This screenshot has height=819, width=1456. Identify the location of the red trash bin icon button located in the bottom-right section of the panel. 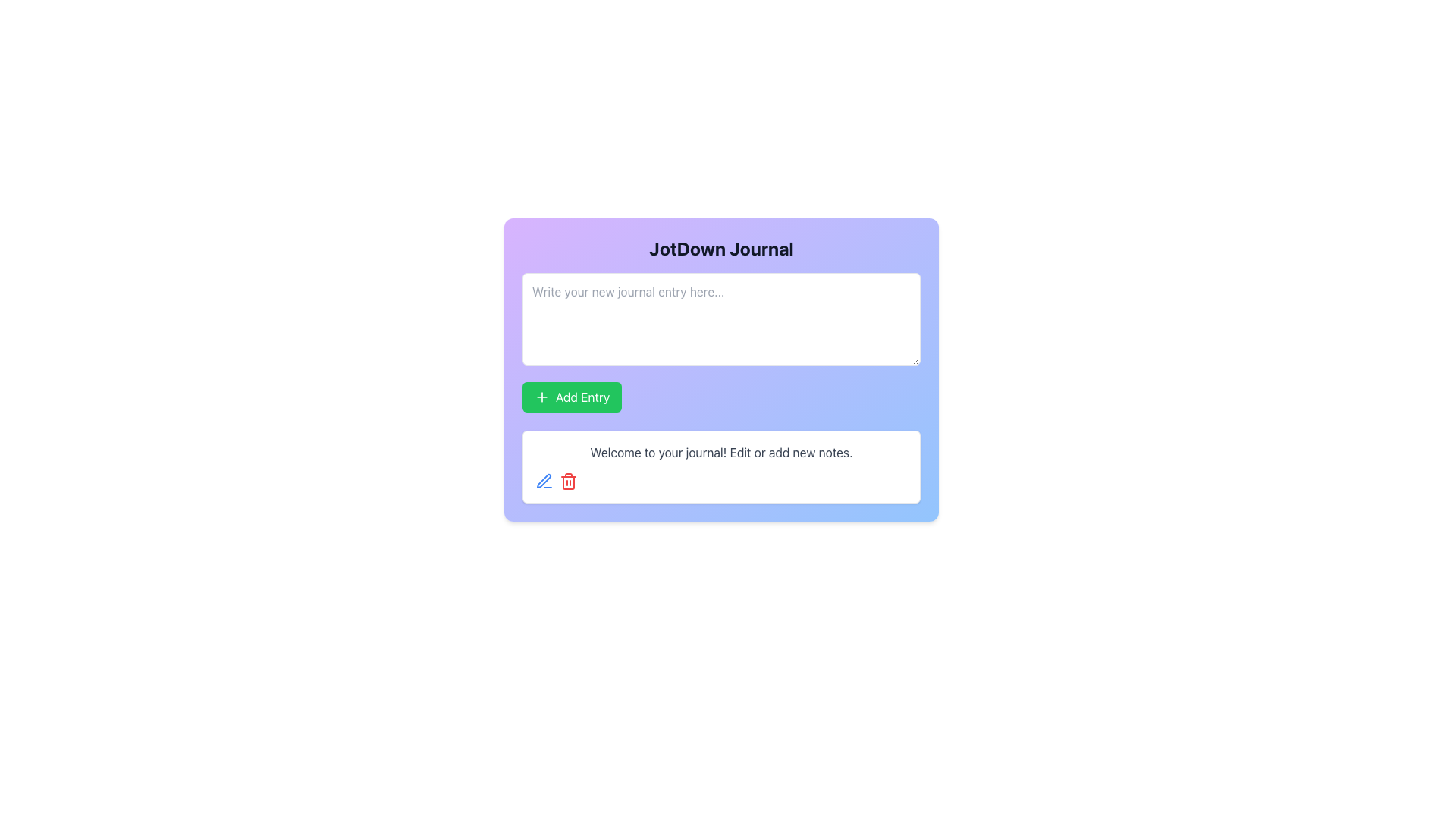
(567, 480).